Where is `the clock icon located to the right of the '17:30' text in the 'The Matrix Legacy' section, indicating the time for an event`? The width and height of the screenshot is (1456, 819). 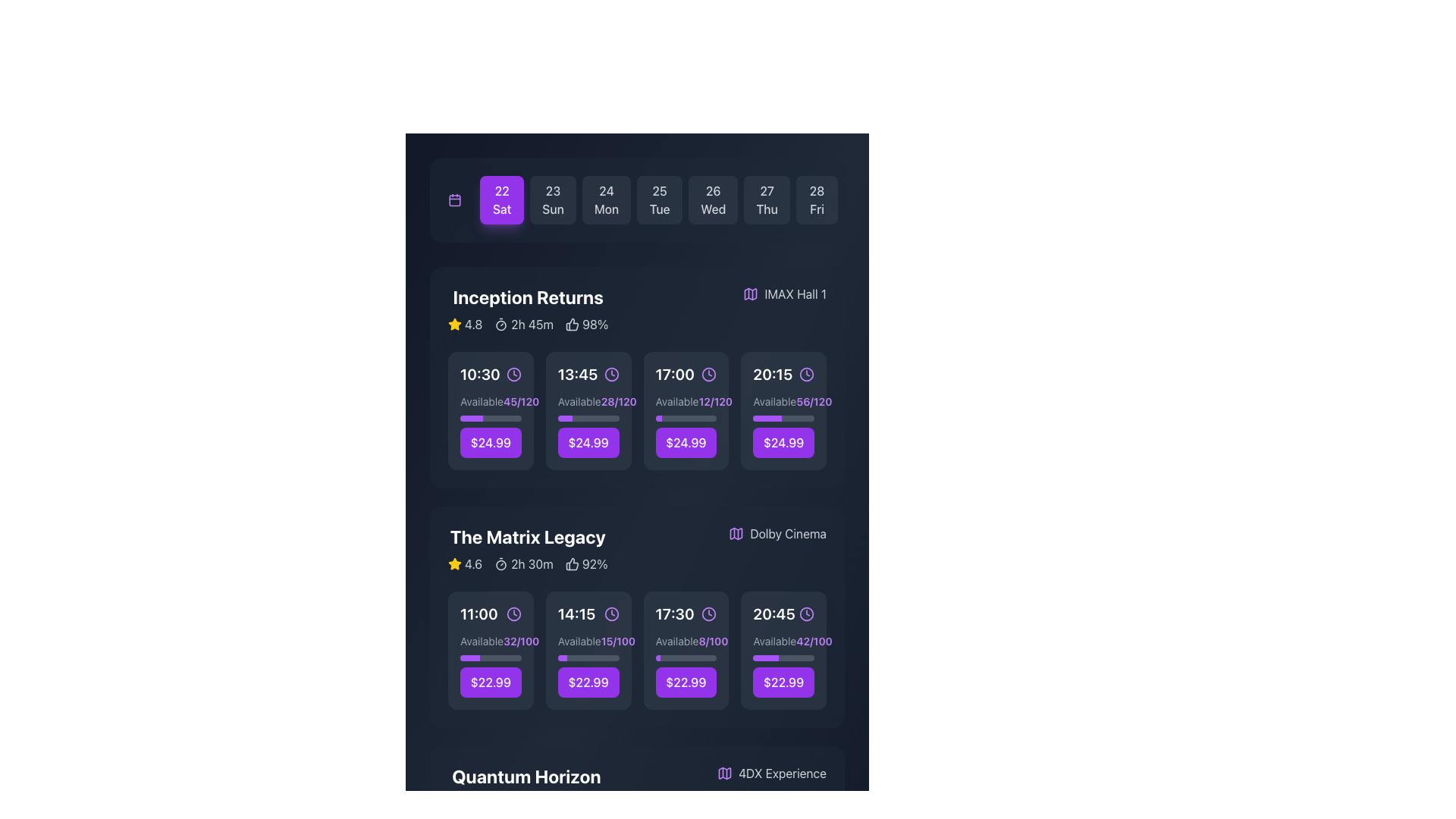 the clock icon located to the right of the '17:30' text in the 'The Matrix Legacy' section, indicating the time for an event is located at coordinates (708, 614).